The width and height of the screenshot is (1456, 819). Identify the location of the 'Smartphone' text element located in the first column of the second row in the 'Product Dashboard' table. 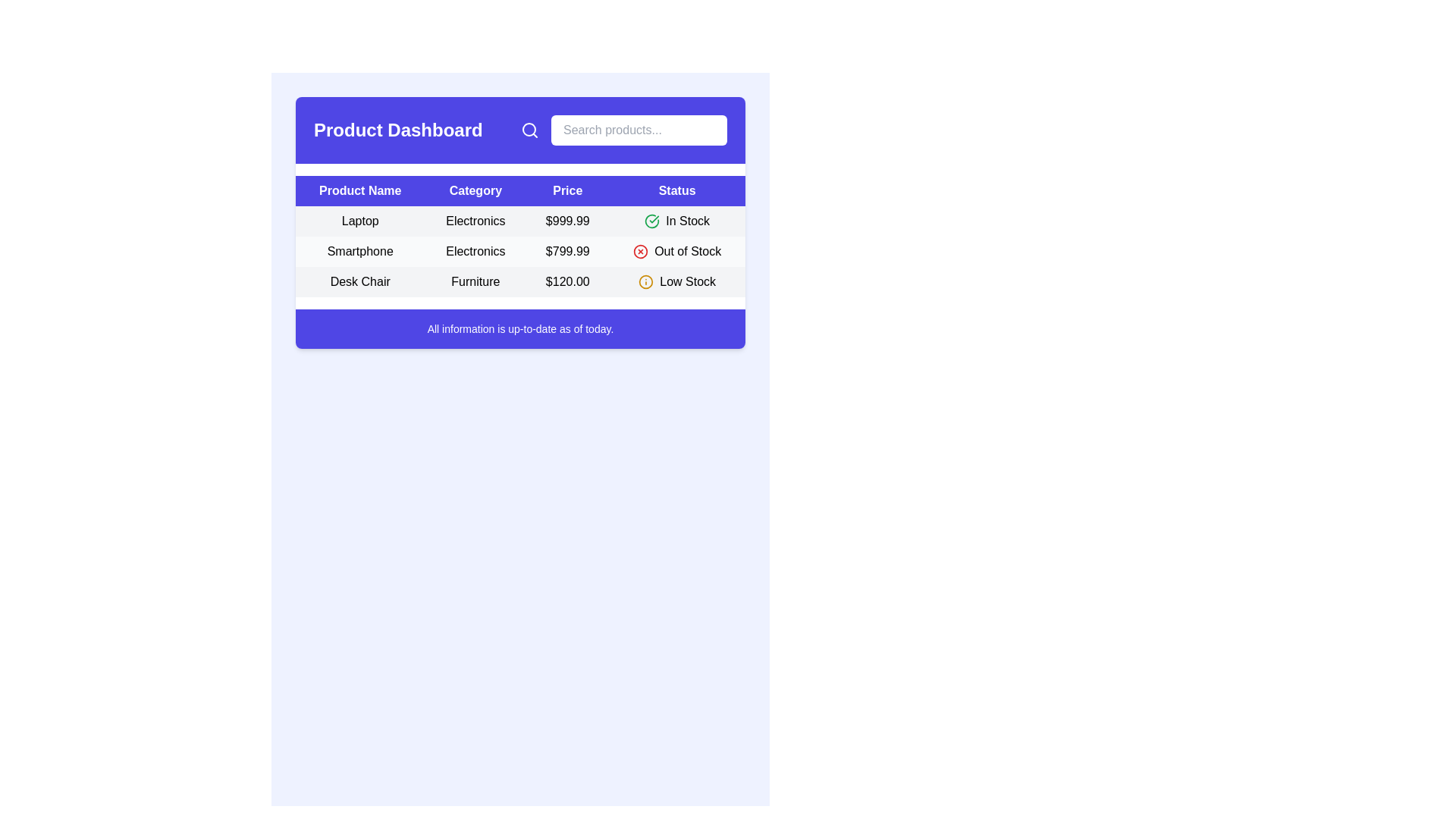
(359, 250).